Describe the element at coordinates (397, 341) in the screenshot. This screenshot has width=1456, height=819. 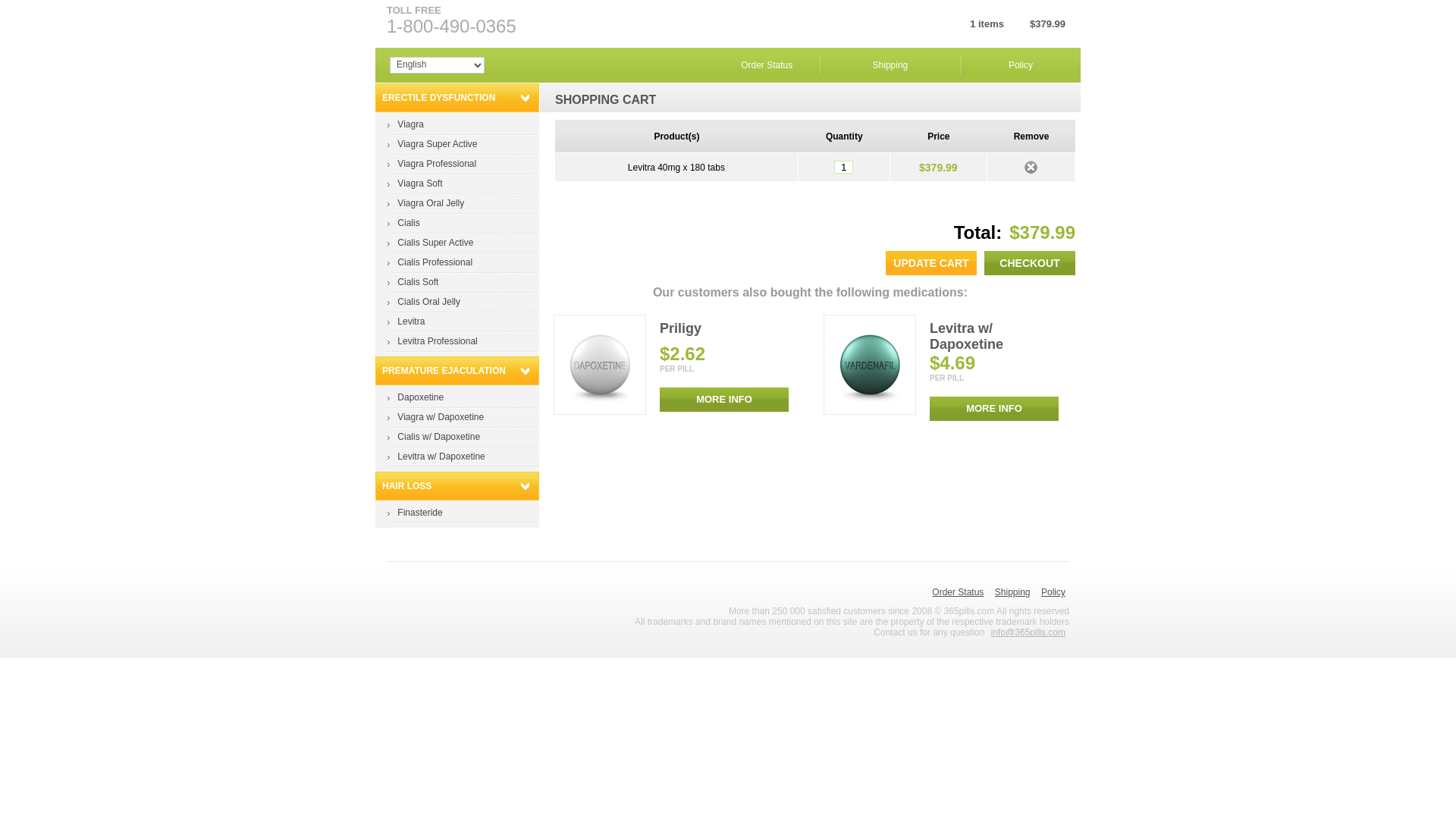
I see `'Levitra Professional'` at that location.